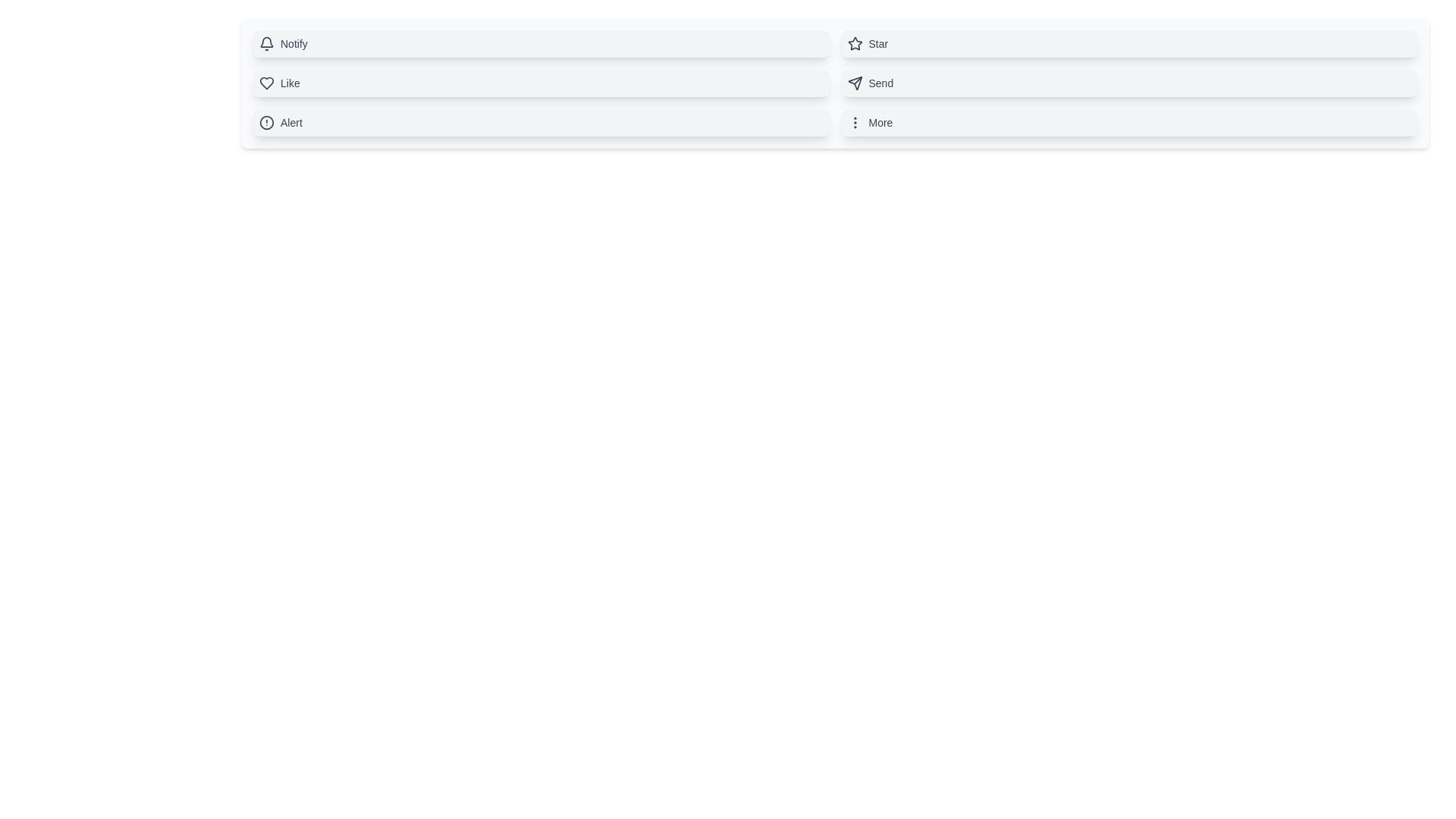 Image resolution: width=1456 pixels, height=819 pixels. I want to click on the 'Like' button, so click(541, 83).